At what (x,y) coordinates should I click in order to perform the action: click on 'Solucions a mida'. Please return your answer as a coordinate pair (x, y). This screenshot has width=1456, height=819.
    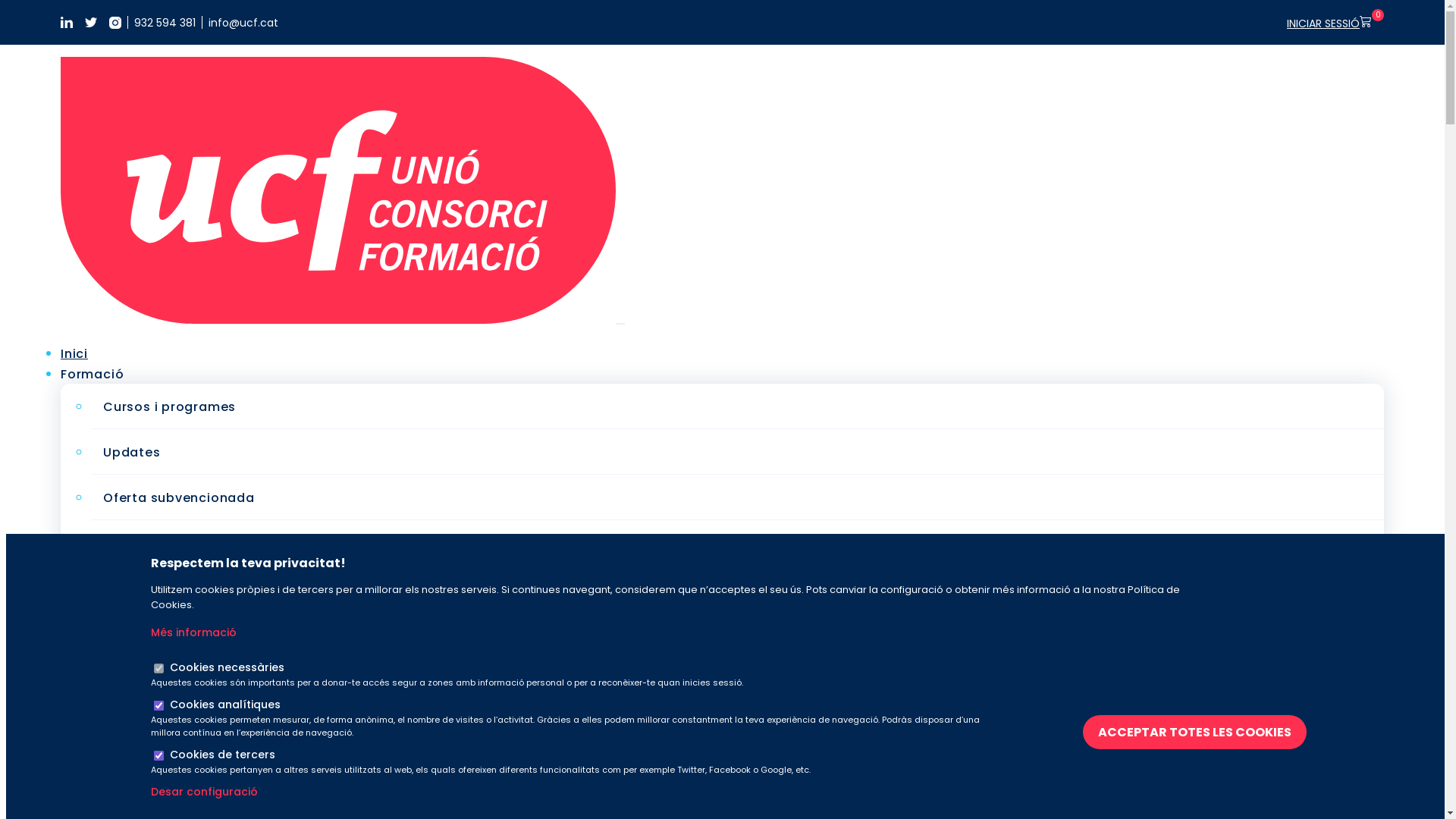
    Looking at the image, I should click on (118, 576).